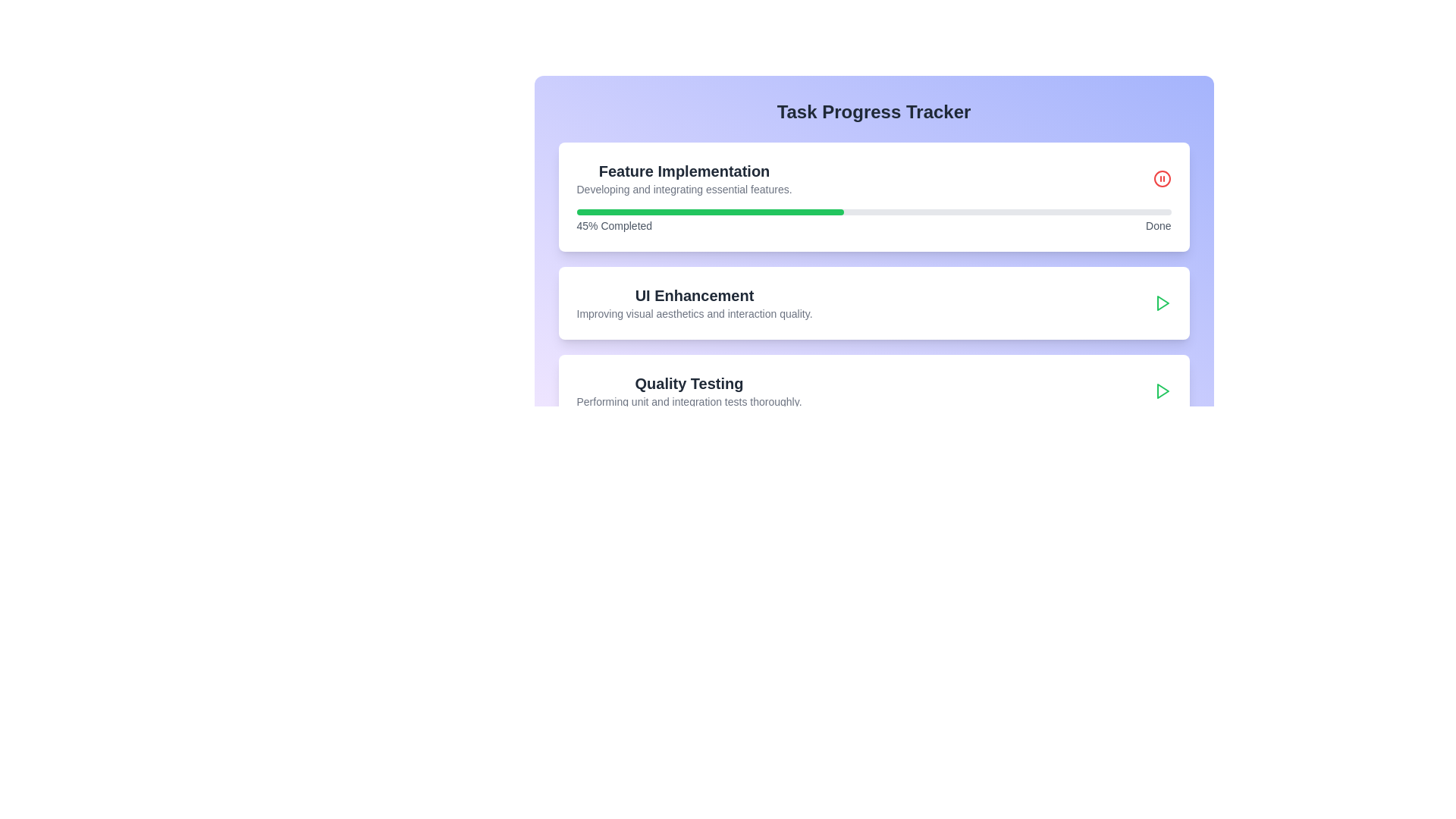  Describe the element at coordinates (688, 391) in the screenshot. I see `the 'Quality Testing' text block` at that location.